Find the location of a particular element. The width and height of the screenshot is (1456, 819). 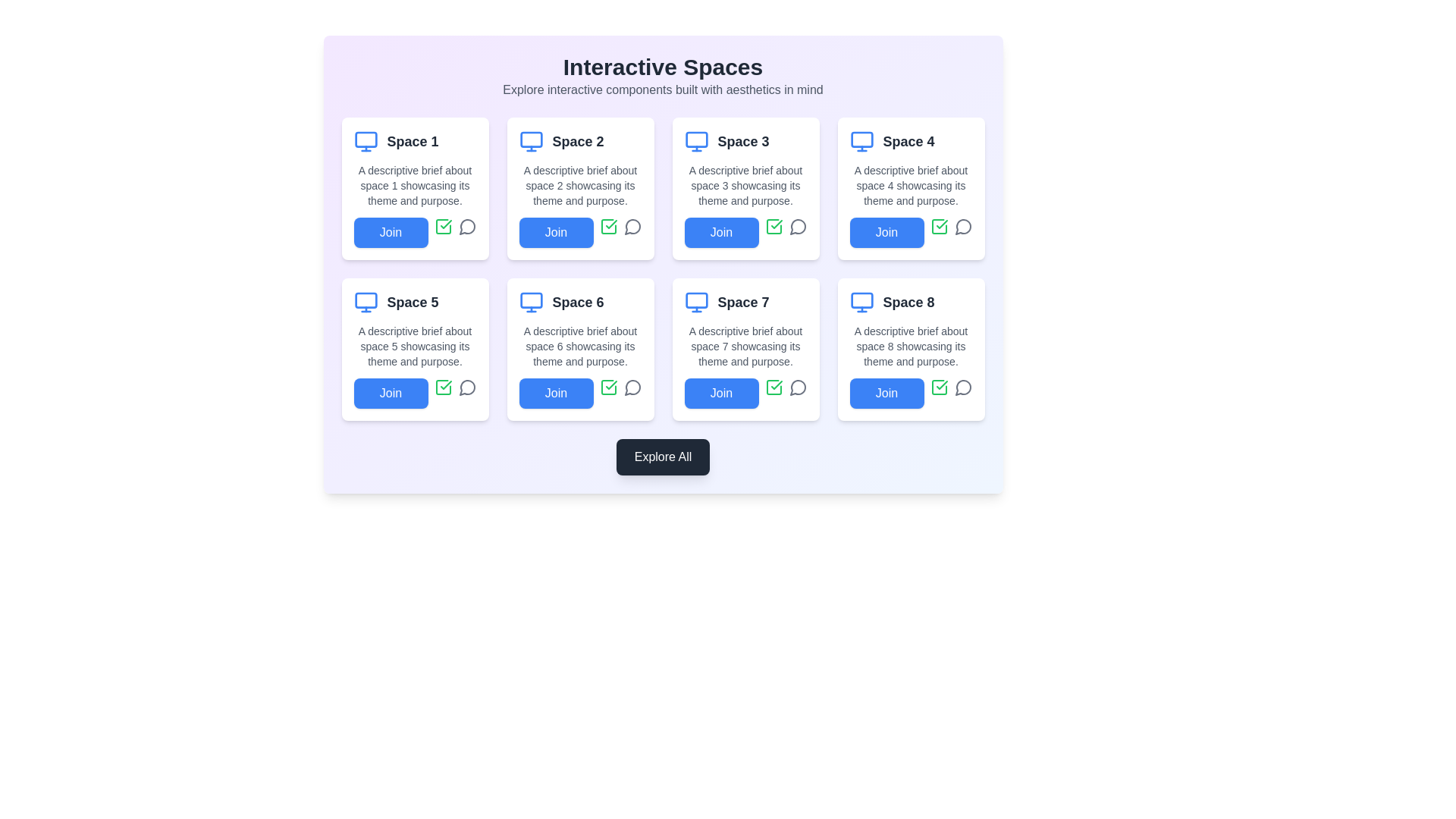

the speech bubble icon located in the bottom-right corner of the sixth card in the grid layout is located at coordinates (632, 386).